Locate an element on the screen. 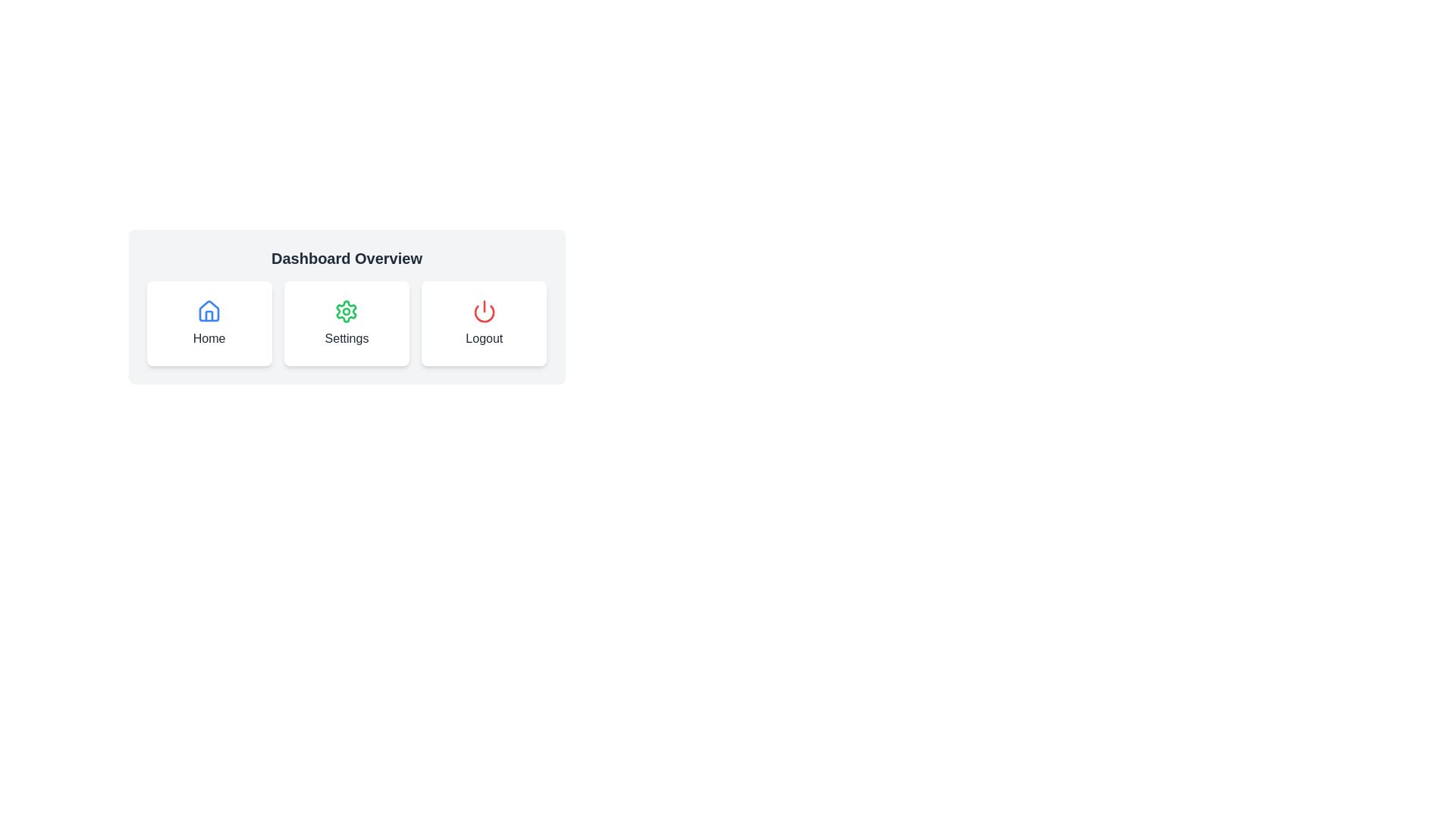 The height and width of the screenshot is (819, 1456). the Power button icon located centrally above the 'Logout' text within the card labeled 'Logout' is located at coordinates (483, 311).